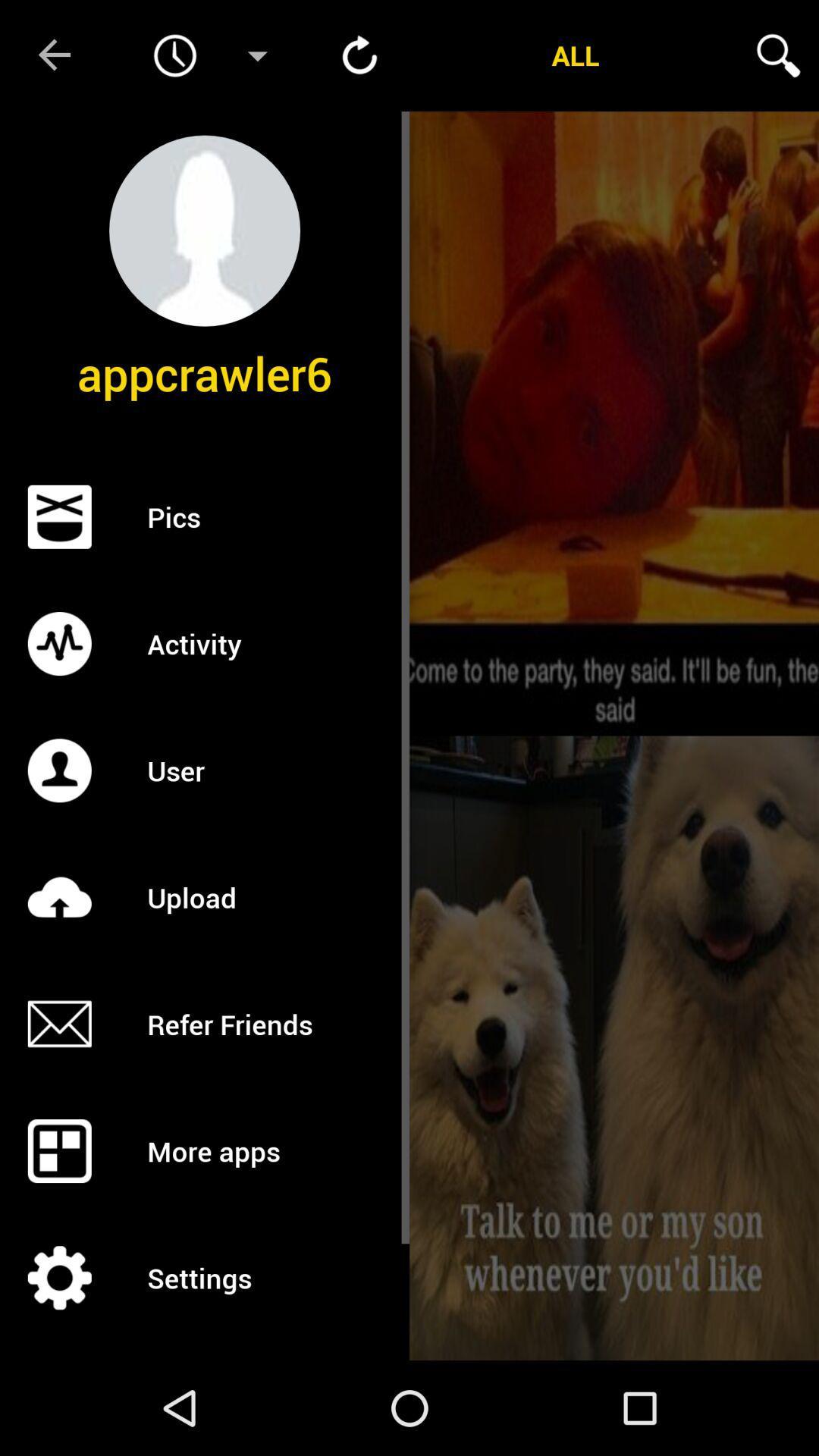 The height and width of the screenshot is (1456, 819). I want to click on refresh page, so click(359, 55).